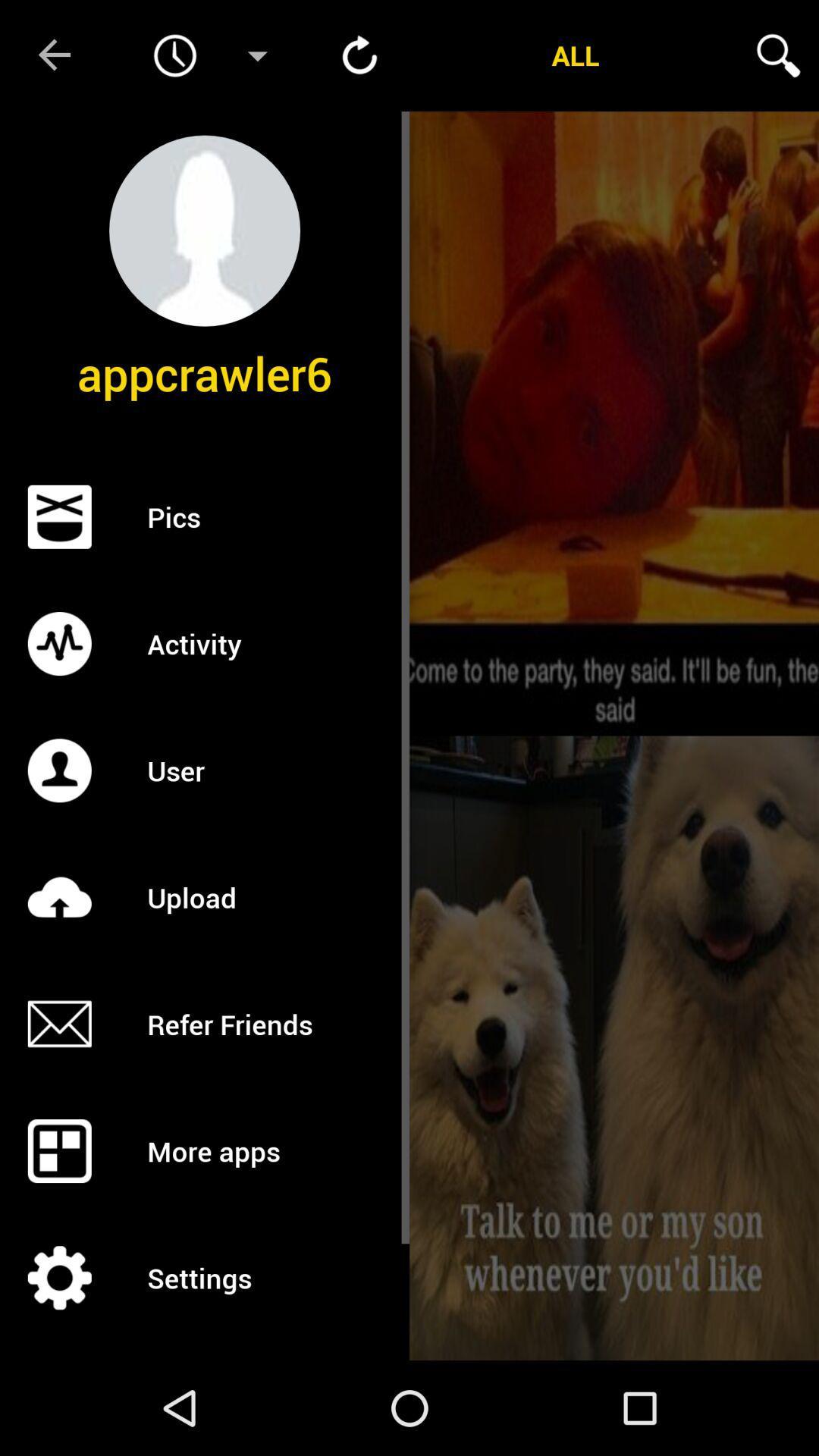 The height and width of the screenshot is (1456, 819). I want to click on refresh page, so click(359, 55).